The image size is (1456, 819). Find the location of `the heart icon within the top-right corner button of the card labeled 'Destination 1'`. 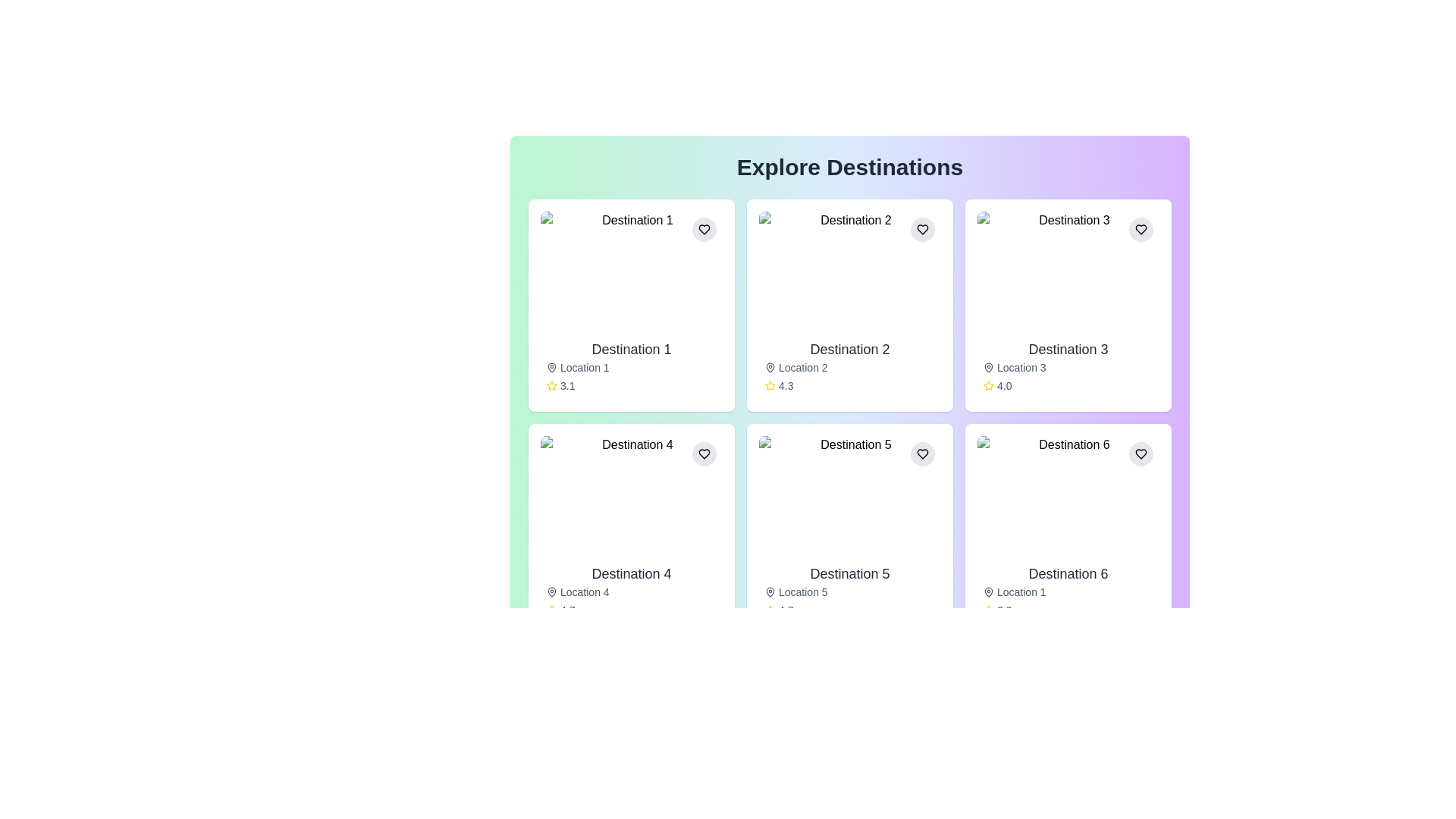

the heart icon within the top-right corner button of the card labeled 'Destination 1' is located at coordinates (704, 230).